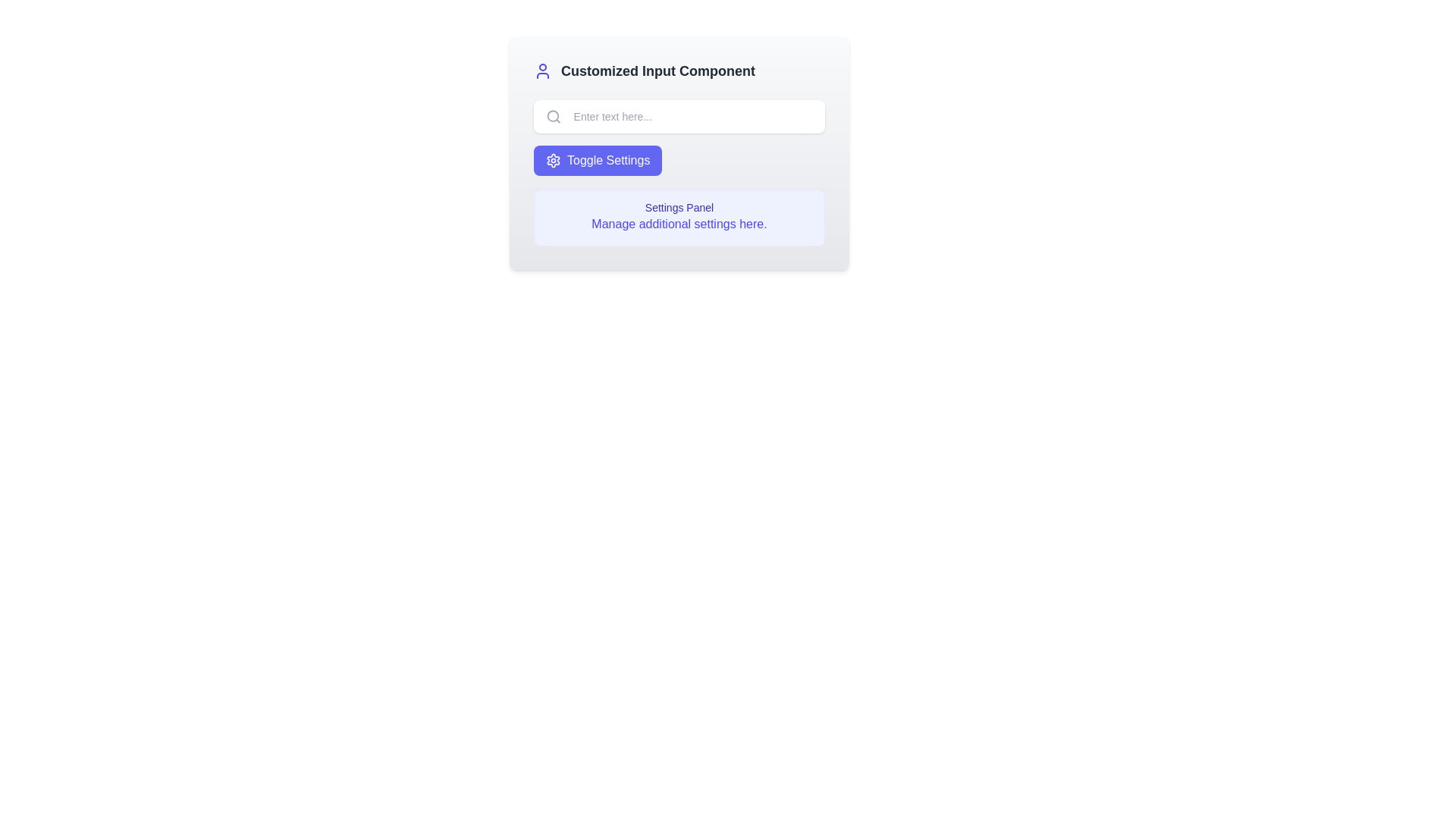 The height and width of the screenshot is (819, 1456). I want to click on the user profile SVG icon located to the left of the 'Customized Input Component' text by moving the cursor to it, so click(542, 71).